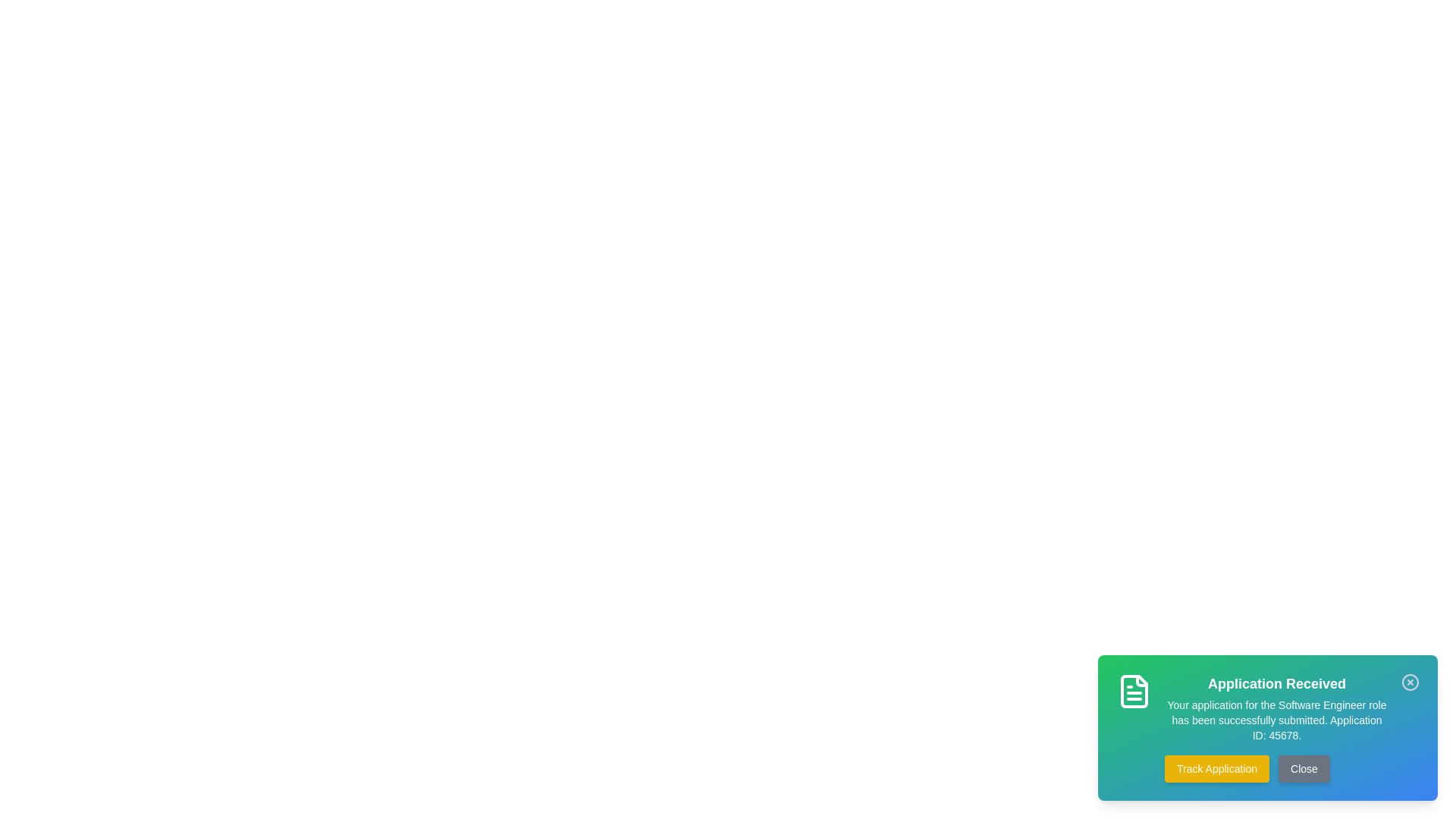 The height and width of the screenshot is (819, 1456). Describe the element at coordinates (1303, 769) in the screenshot. I see `the button labeled Close to see its hover effect` at that location.